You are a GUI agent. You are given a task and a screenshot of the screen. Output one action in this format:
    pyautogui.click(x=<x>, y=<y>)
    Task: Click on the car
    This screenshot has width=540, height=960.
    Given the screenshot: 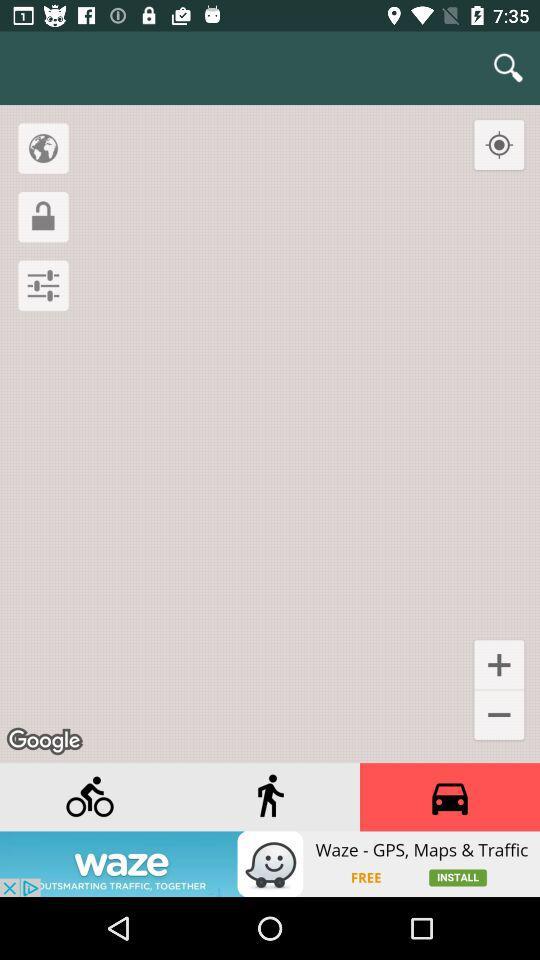 What is the action you would take?
    pyautogui.click(x=449, y=797)
    